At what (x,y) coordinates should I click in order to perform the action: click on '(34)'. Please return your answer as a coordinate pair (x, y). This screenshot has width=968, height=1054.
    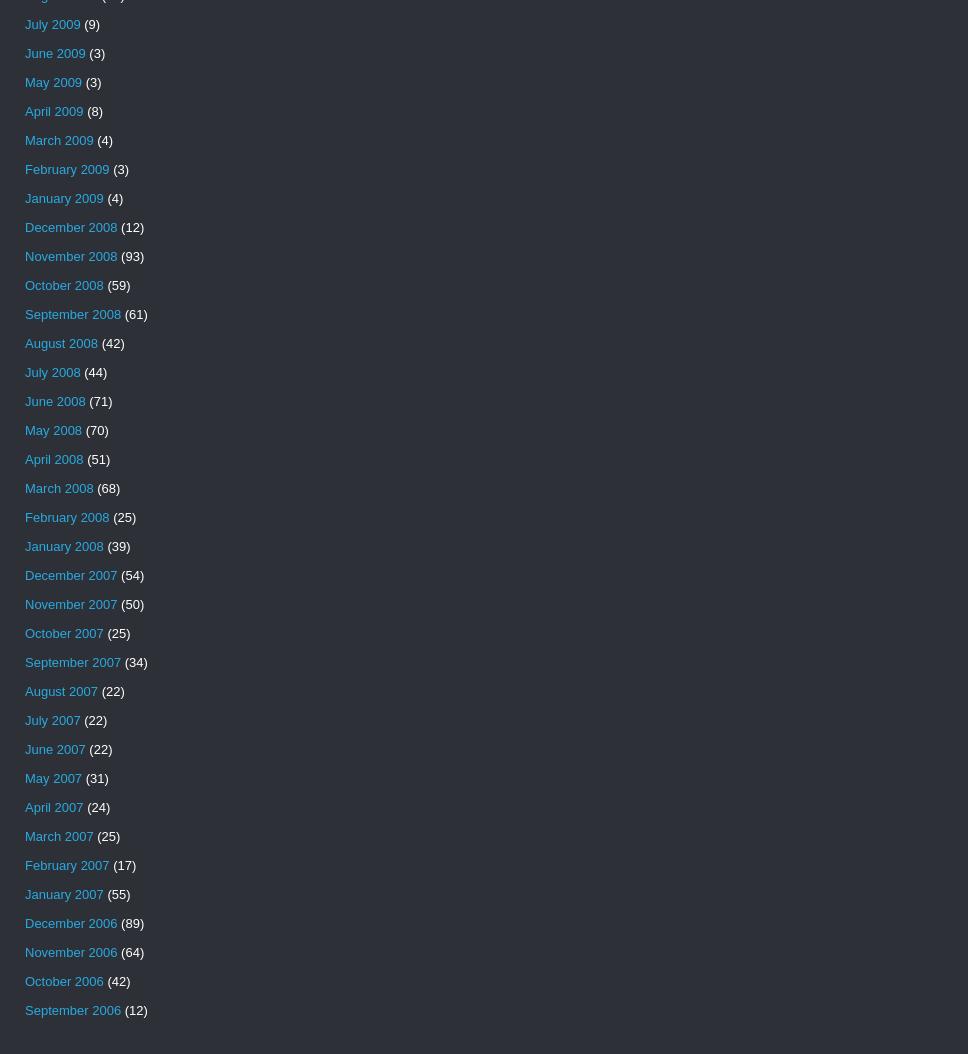
    Looking at the image, I should click on (132, 662).